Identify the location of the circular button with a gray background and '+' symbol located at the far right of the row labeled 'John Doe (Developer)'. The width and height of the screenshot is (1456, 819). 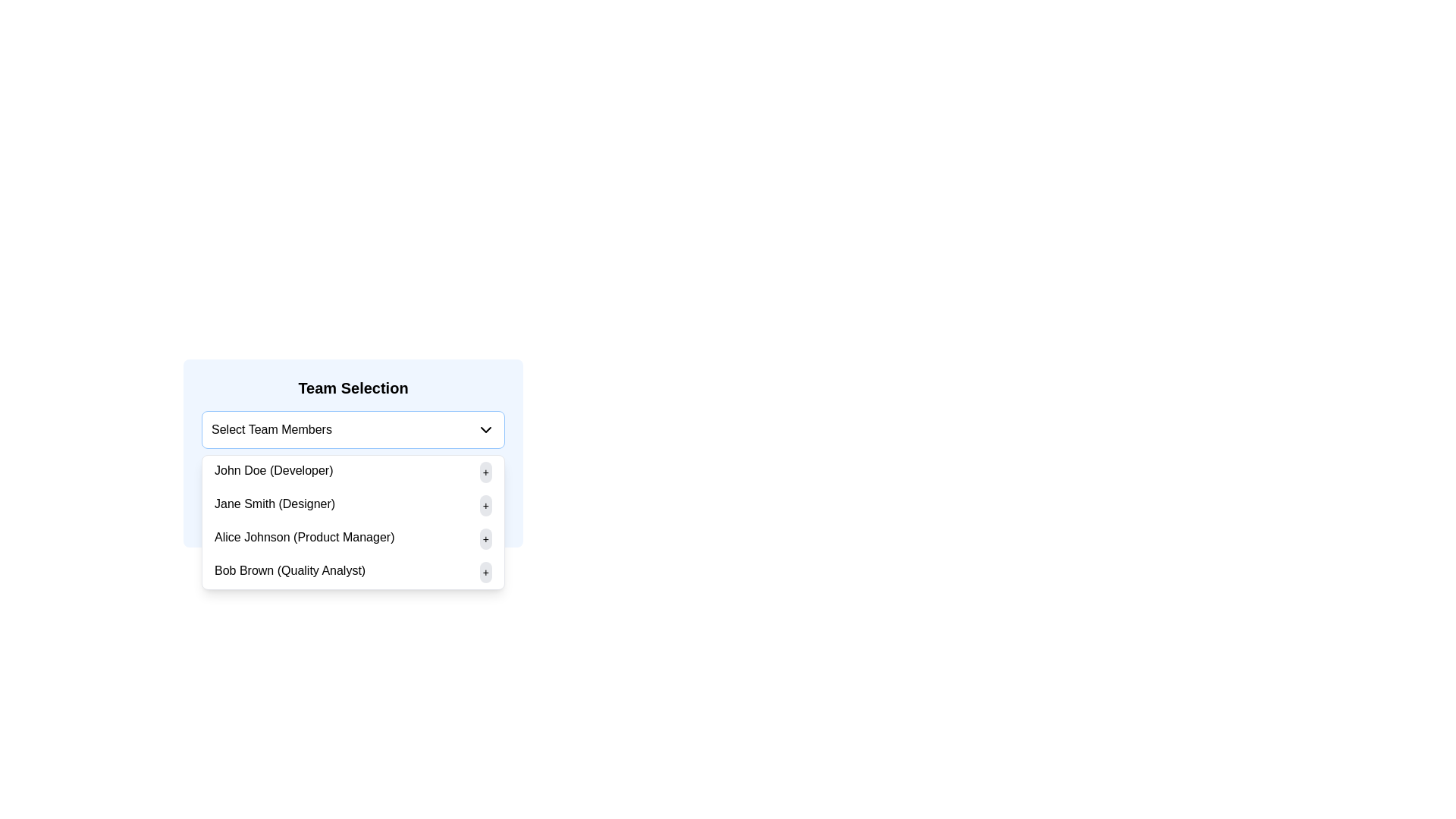
(485, 472).